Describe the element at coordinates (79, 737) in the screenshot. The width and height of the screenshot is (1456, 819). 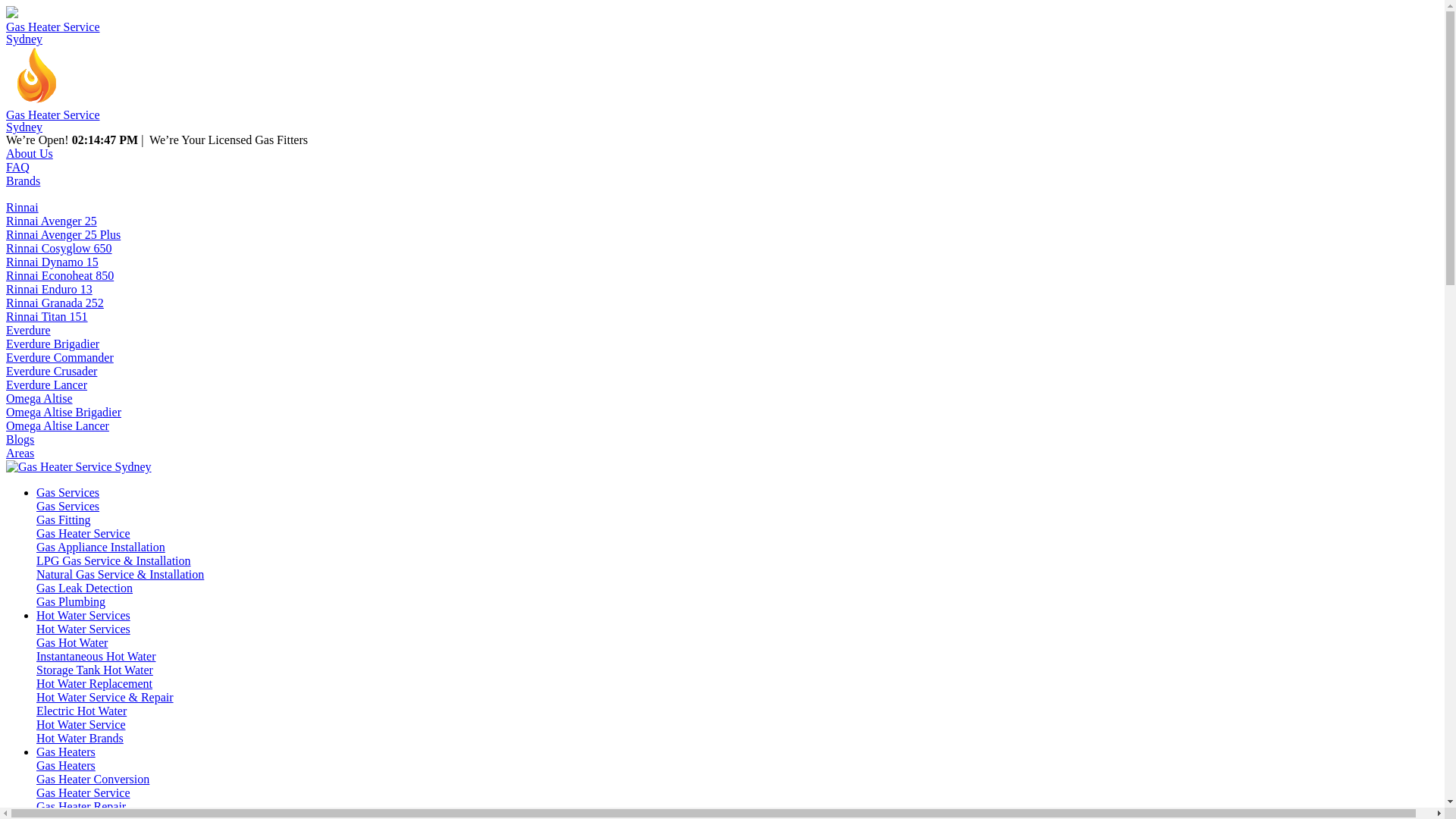
I see `'Hot Water Brands'` at that location.